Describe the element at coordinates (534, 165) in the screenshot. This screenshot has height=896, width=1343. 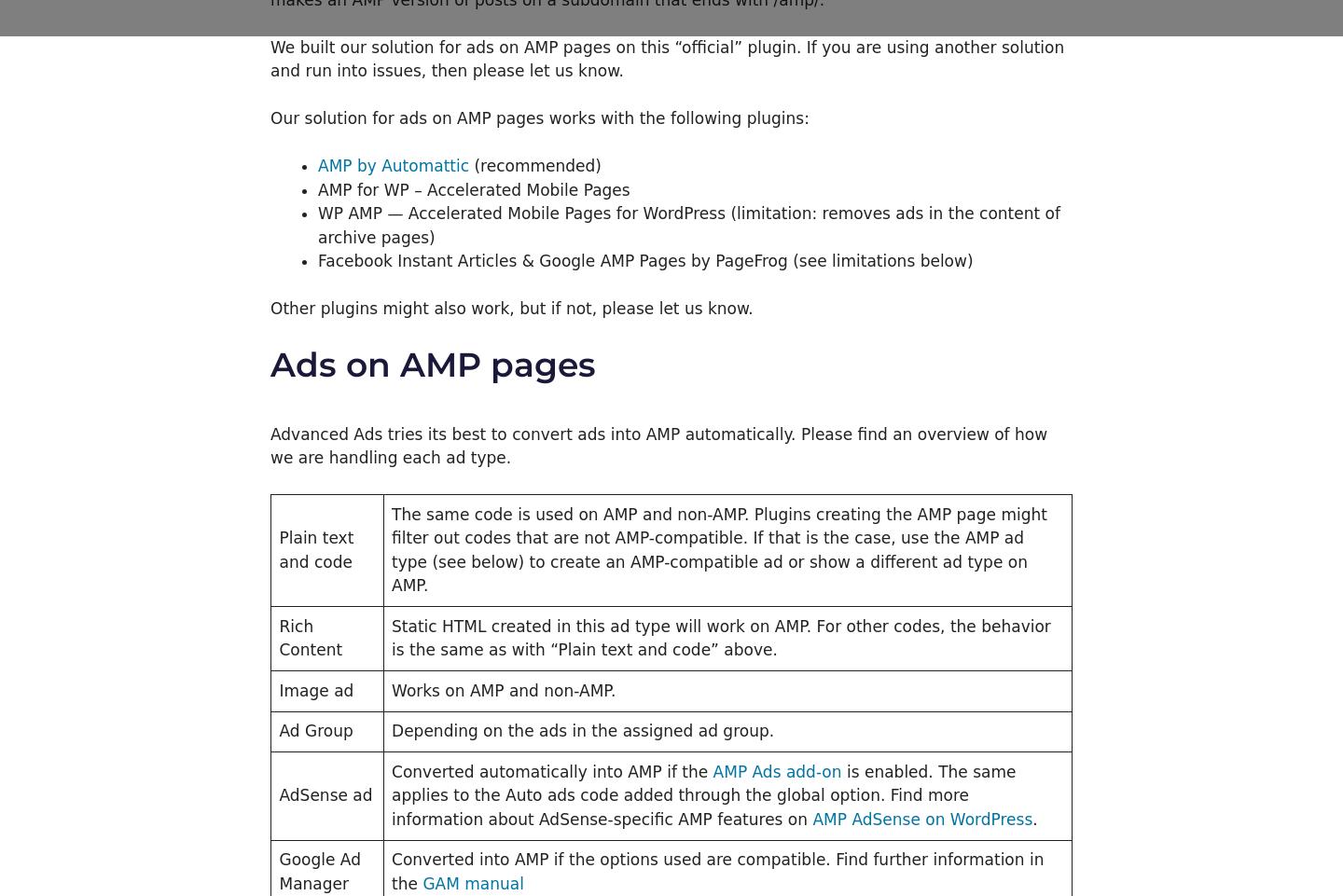
I see `'(recommended)'` at that location.